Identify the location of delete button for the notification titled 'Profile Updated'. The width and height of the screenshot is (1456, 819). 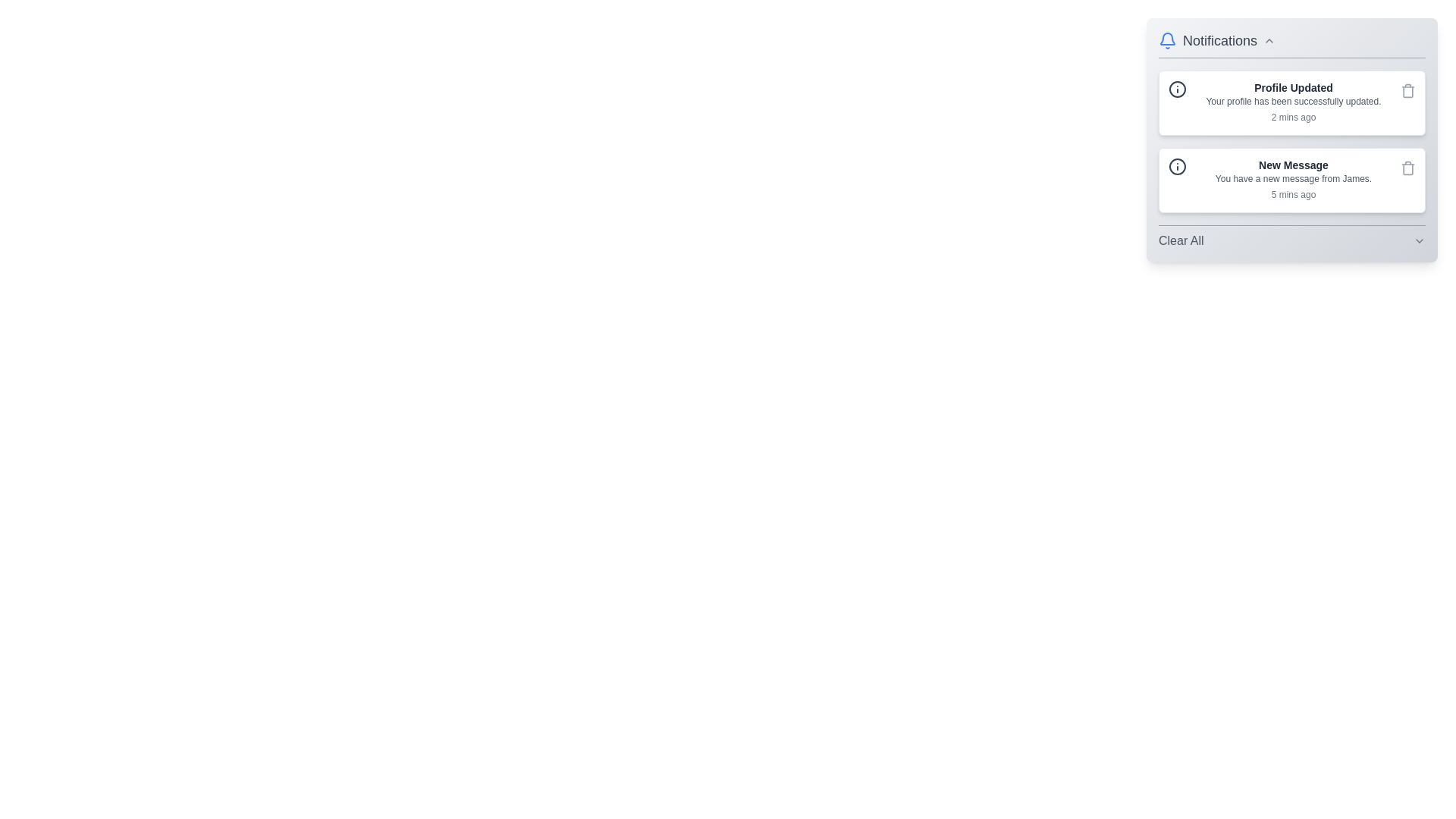
(1407, 90).